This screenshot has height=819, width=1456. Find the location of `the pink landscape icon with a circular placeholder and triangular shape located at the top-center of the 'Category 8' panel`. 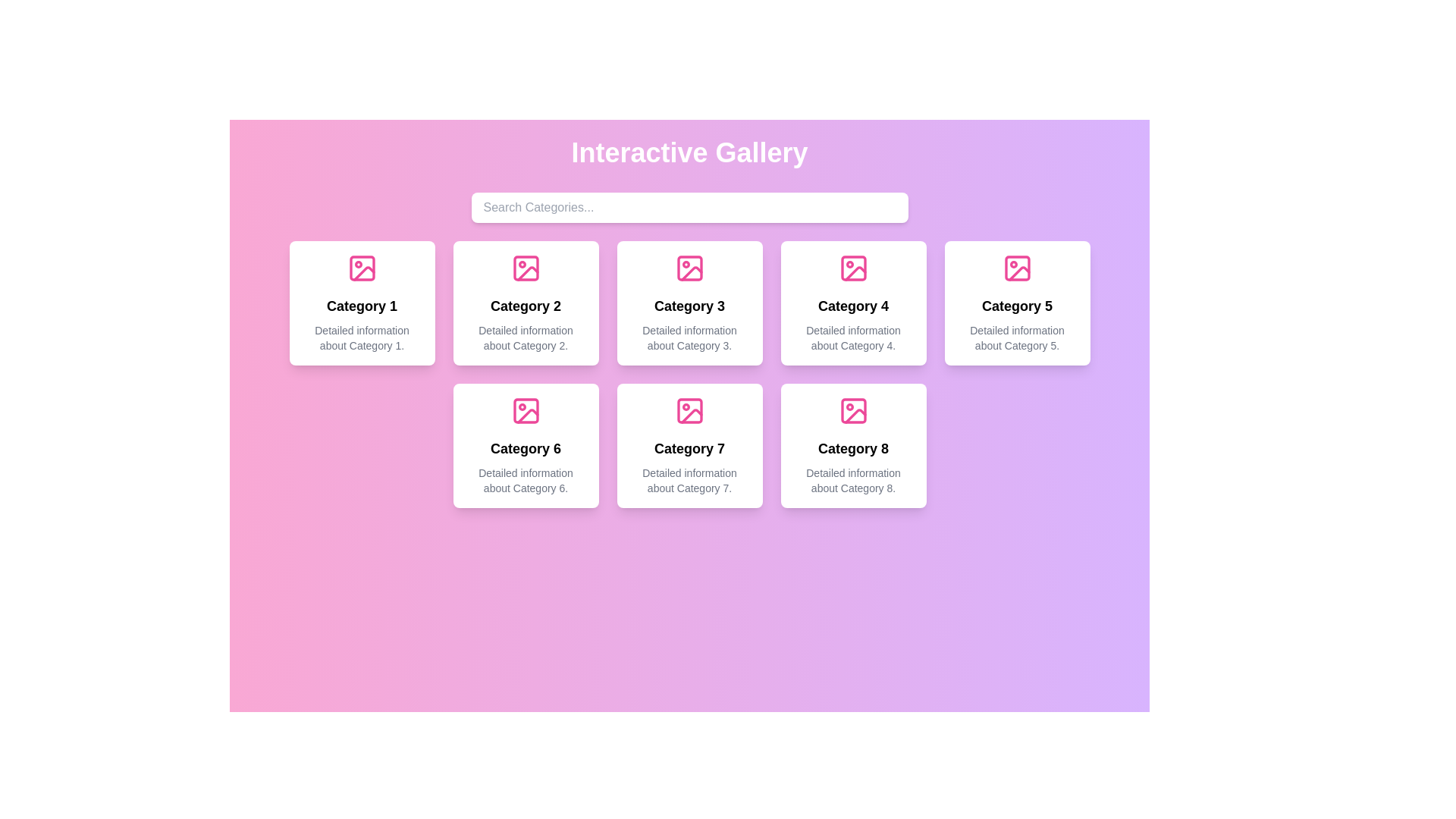

the pink landscape icon with a circular placeholder and triangular shape located at the top-center of the 'Category 8' panel is located at coordinates (853, 411).